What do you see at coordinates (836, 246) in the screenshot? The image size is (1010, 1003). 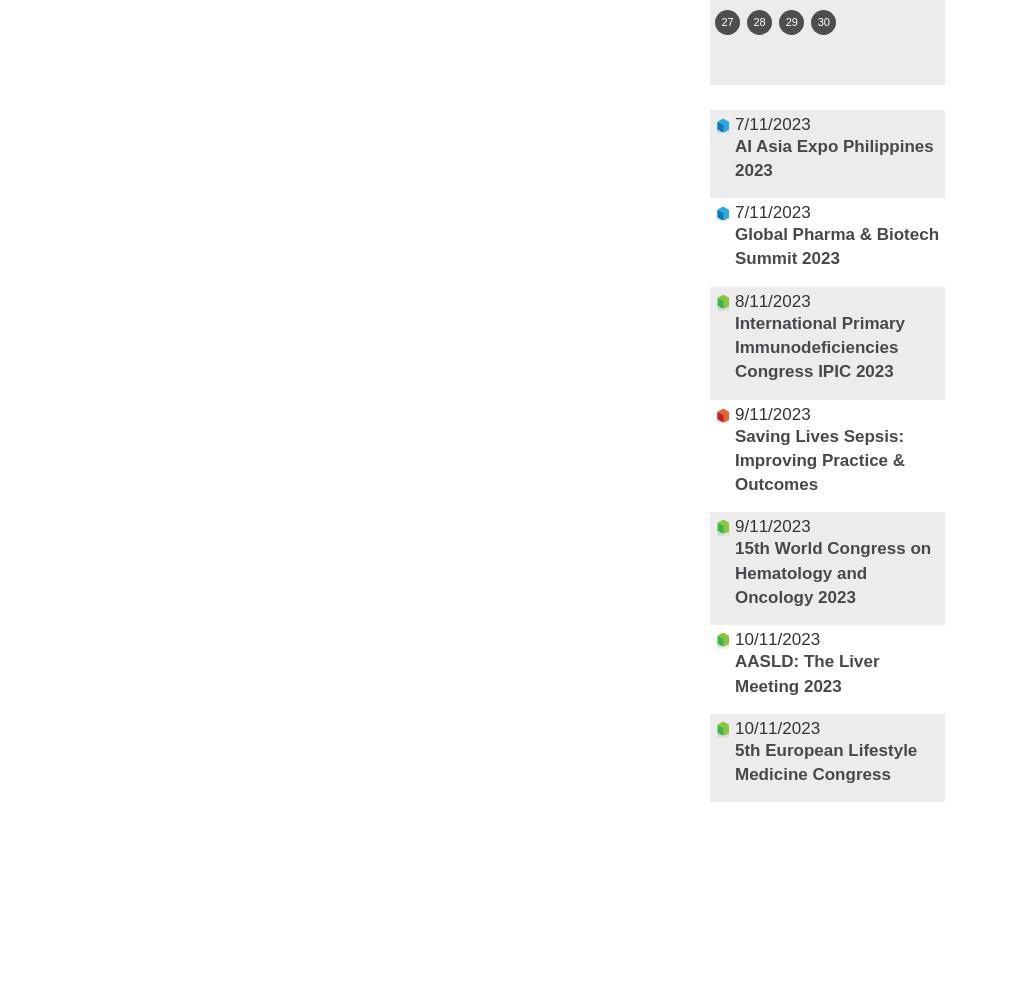 I see `'Global Pharma & Biotech Summit 2023'` at bounding box center [836, 246].